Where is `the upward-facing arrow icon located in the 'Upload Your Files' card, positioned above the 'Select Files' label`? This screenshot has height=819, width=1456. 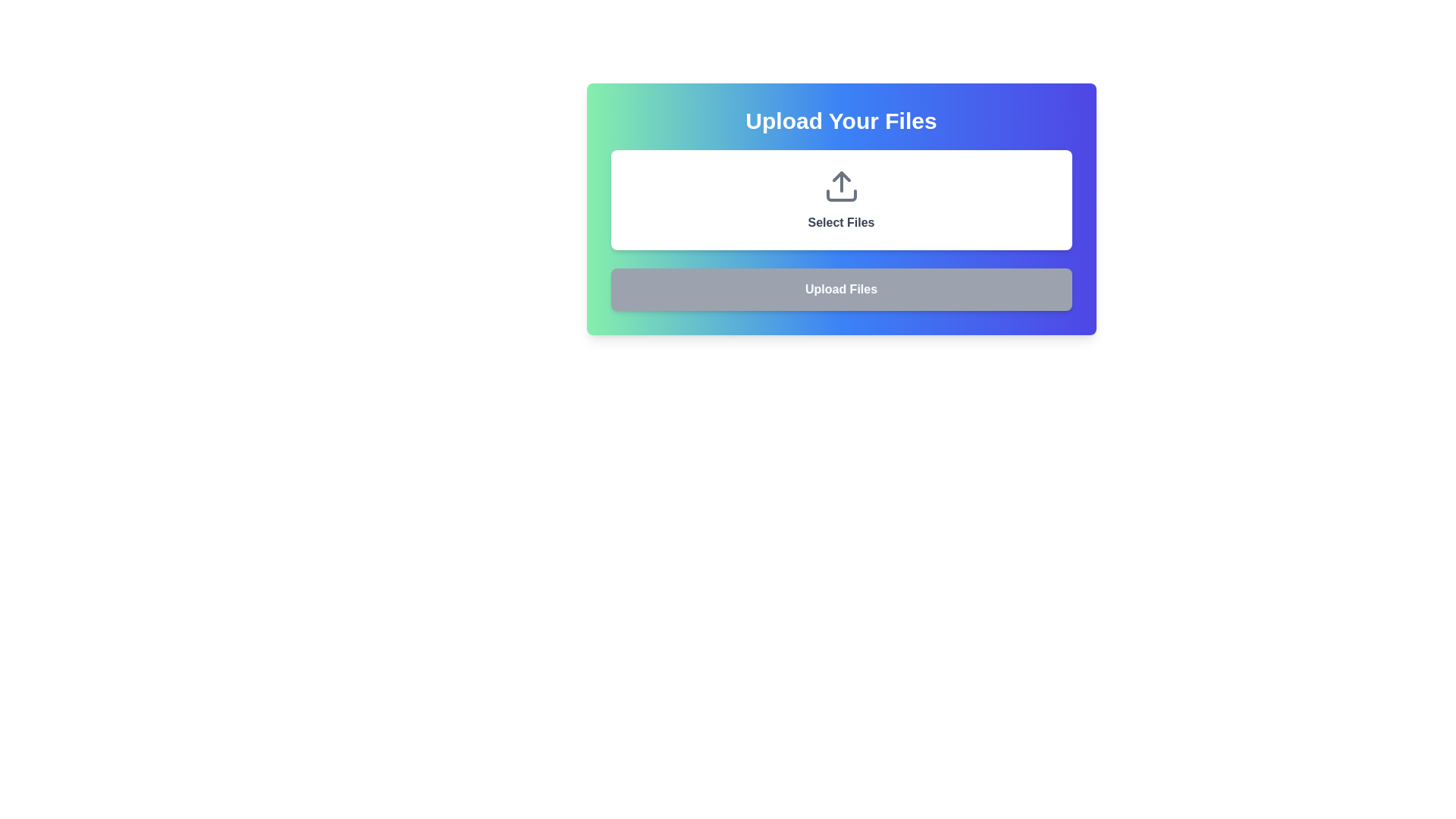
the upward-facing arrow icon located in the 'Upload Your Files' card, positioned above the 'Select Files' label is located at coordinates (840, 186).